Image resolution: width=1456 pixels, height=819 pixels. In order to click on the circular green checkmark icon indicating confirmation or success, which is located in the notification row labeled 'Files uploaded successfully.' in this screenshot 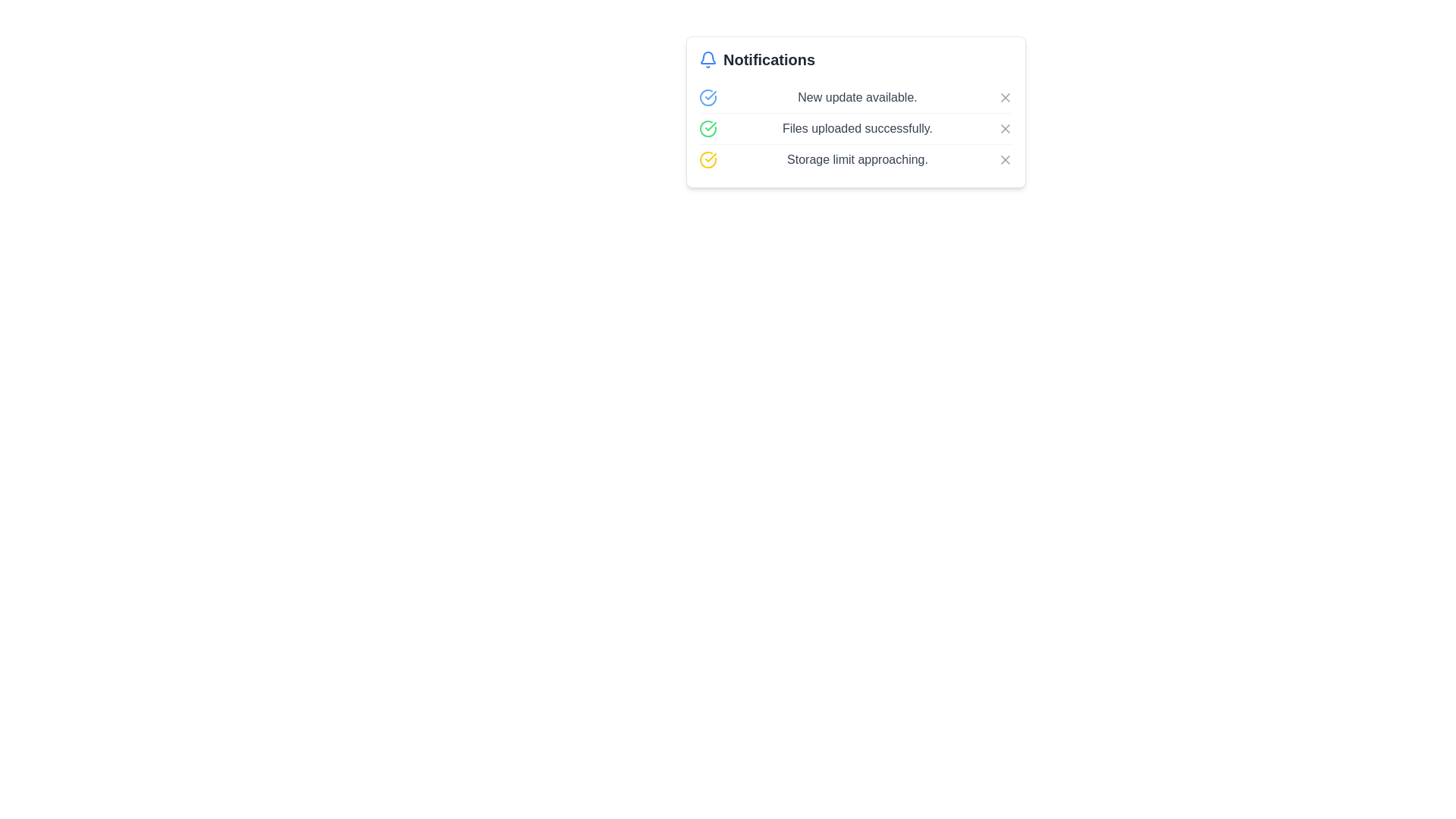, I will do `click(708, 127)`.